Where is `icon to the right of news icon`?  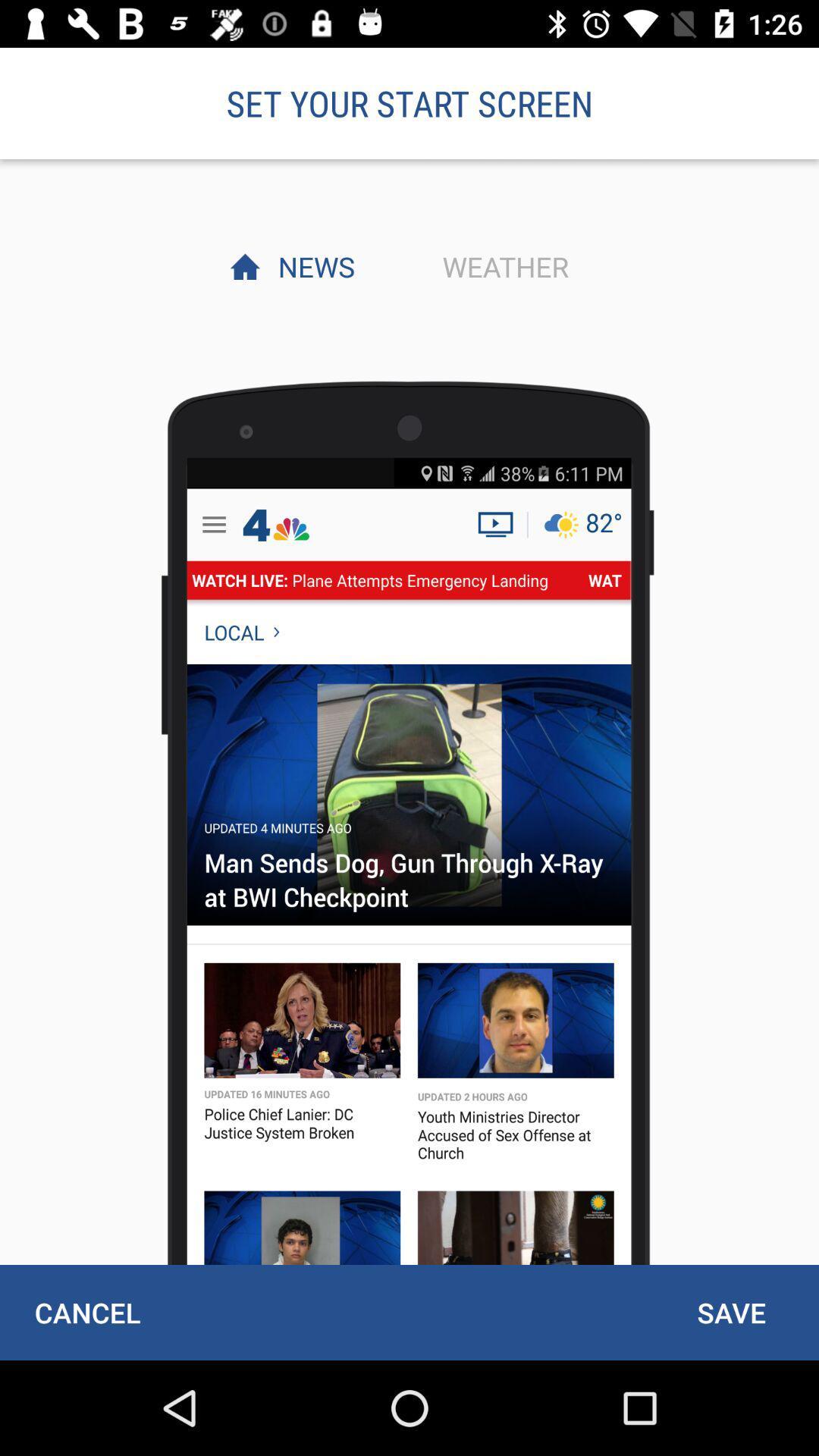 icon to the right of news icon is located at coordinates (501, 266).